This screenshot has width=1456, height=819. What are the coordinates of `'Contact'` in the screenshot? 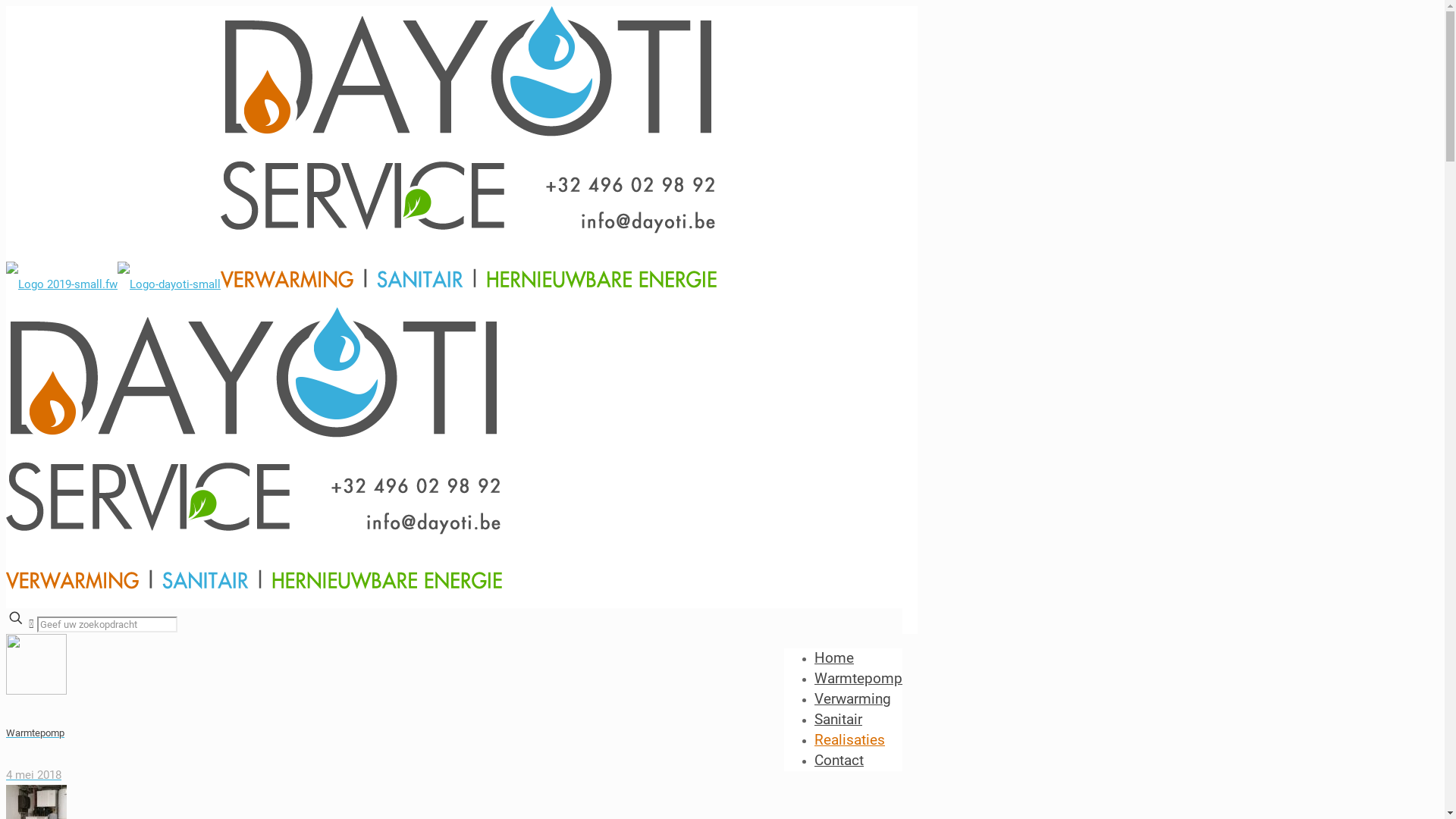 It's located at (814, 760).